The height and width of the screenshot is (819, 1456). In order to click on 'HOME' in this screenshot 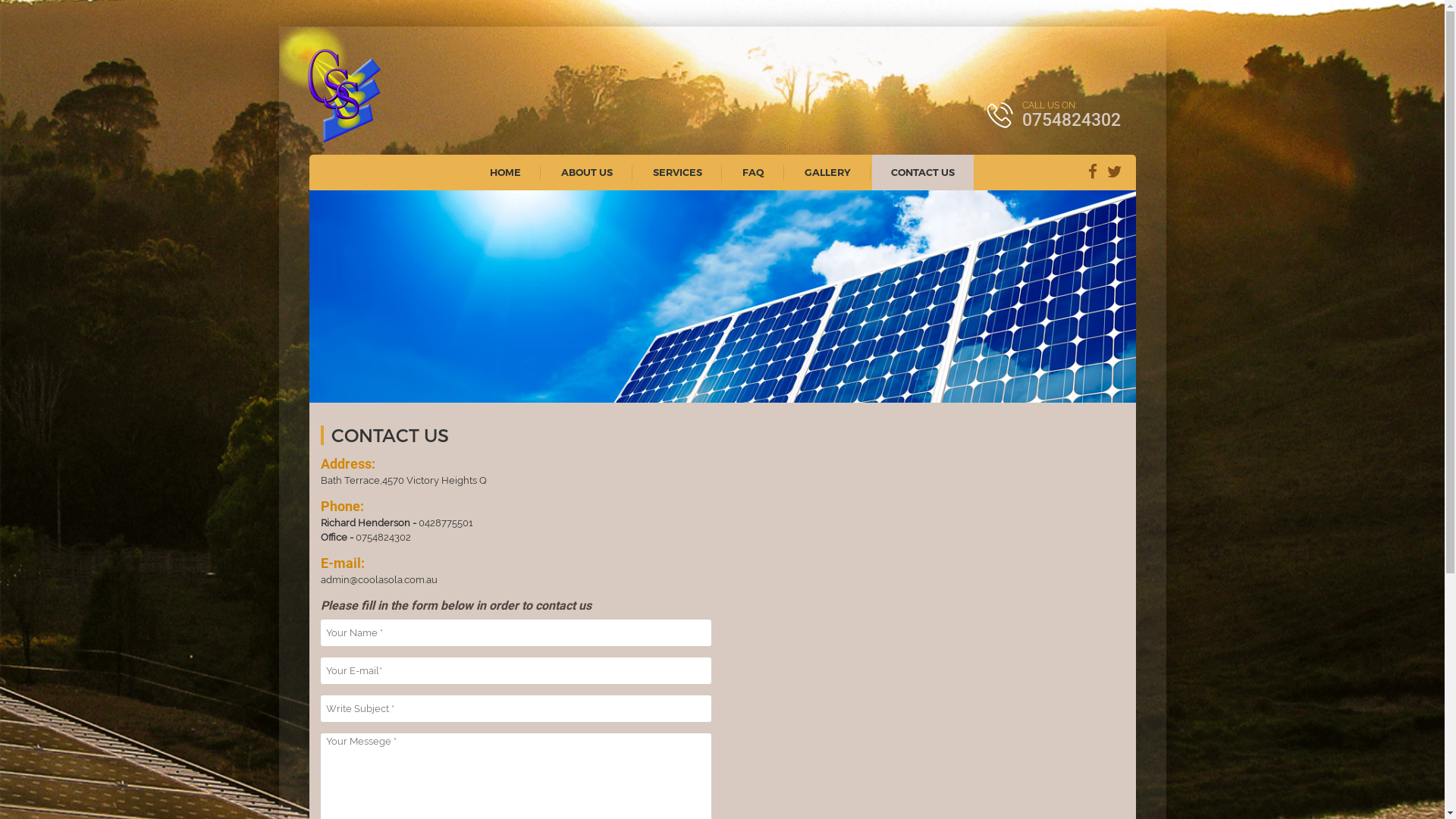, I will do `click(505, 171)`.